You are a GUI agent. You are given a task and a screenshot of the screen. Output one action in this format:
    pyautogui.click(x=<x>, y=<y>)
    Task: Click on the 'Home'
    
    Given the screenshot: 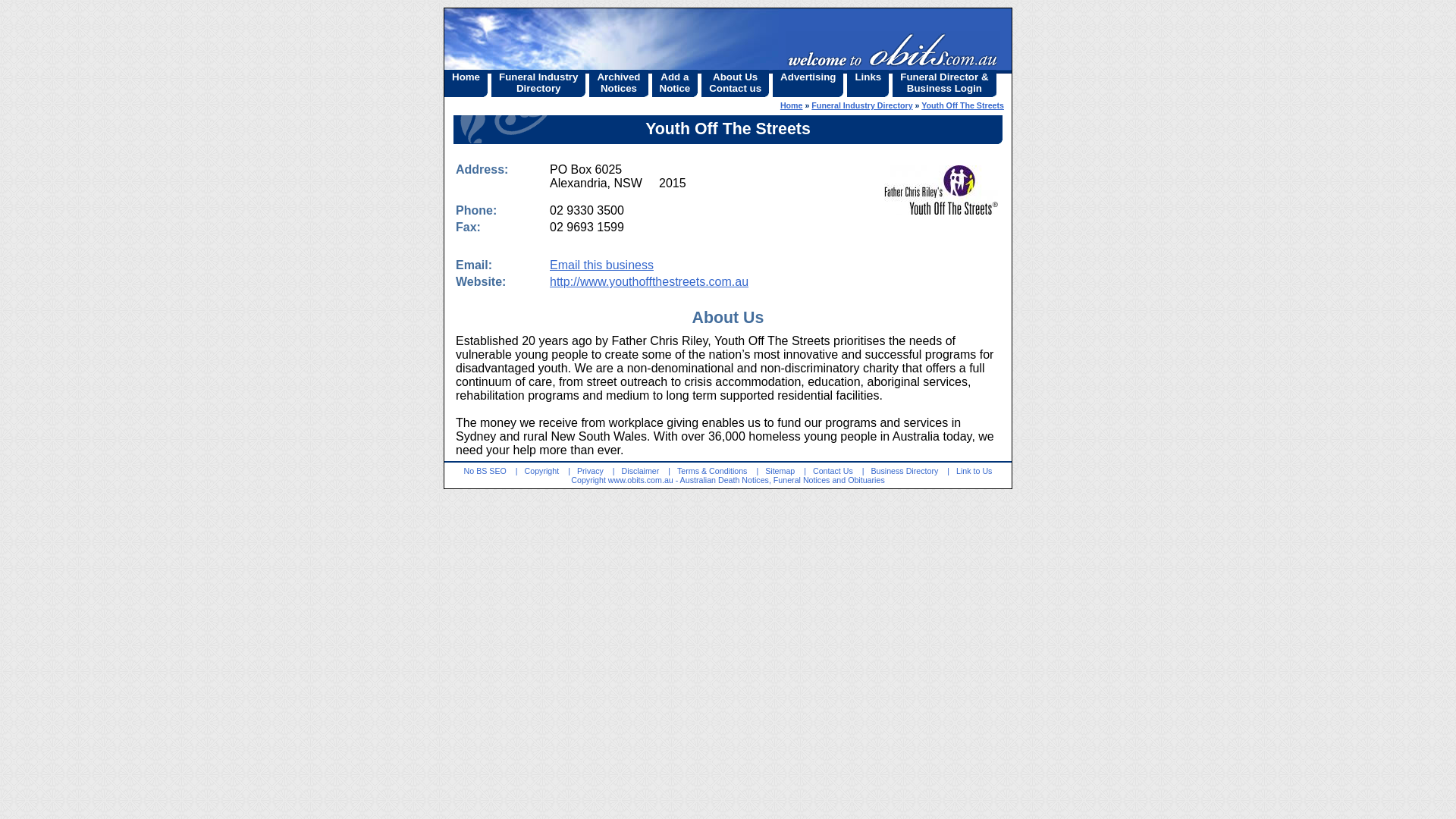 What is the action you would take?
    pyautogui.click(x=790, y=104)
    